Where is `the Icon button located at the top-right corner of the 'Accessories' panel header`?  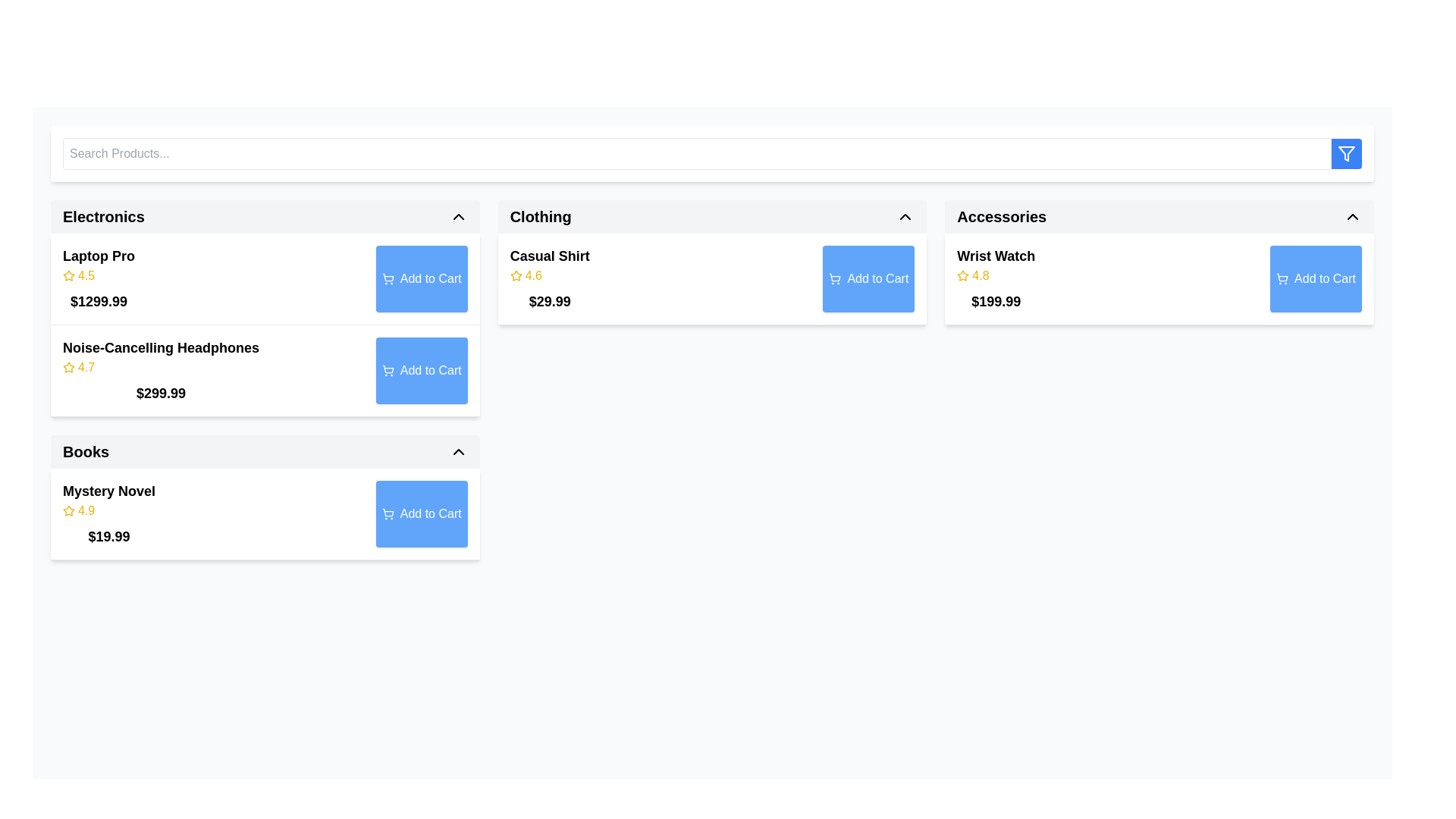 the Icon button located at the top-right corner of the 'Accessories' panel header is located at coordinates (1353, 216).